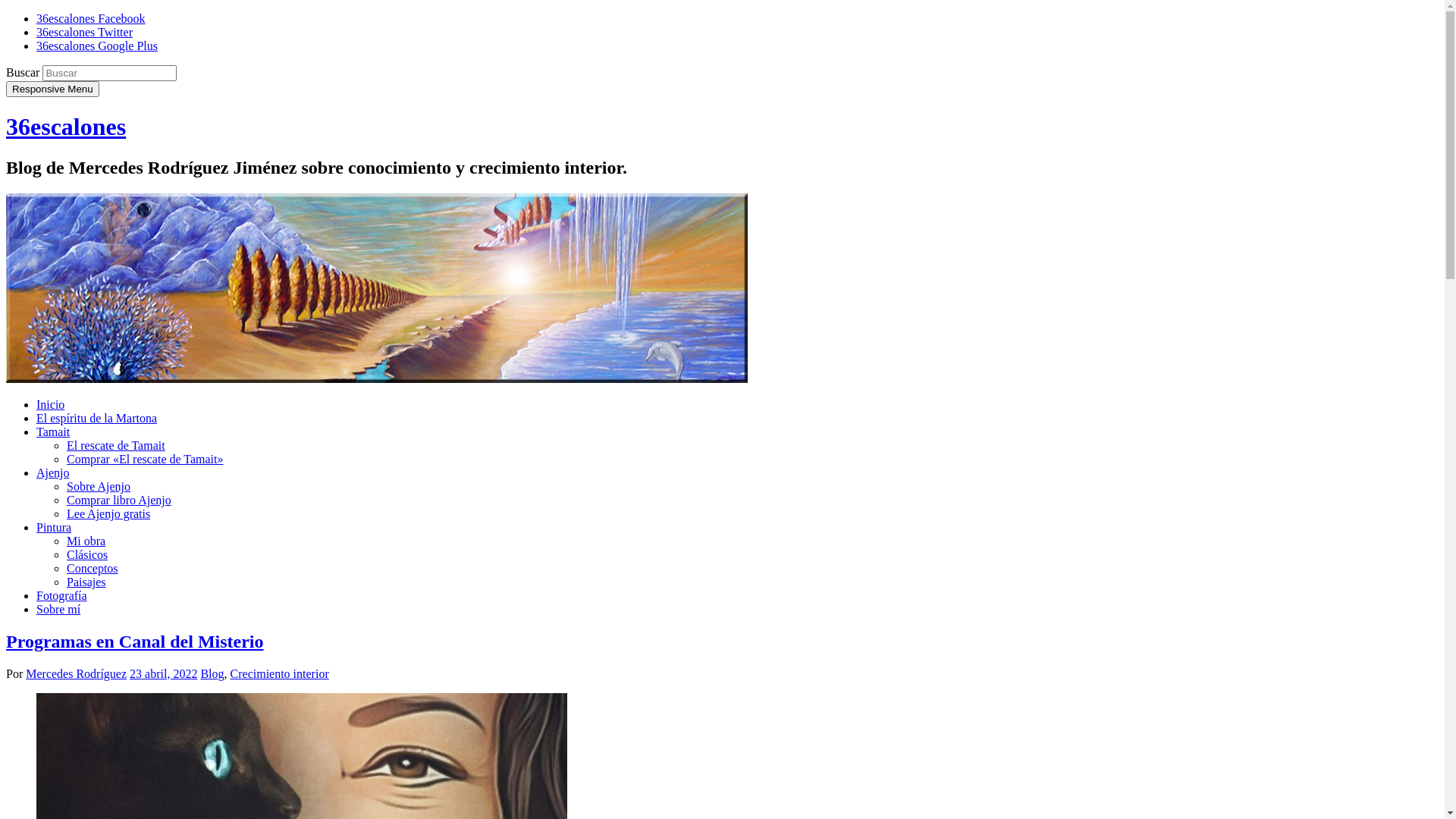 This screenshot has width=1456, height=819. Describe the element at coordinates (134, 641) in the screenshot. I see `'Programas en Canal del Misterio'` at that location.